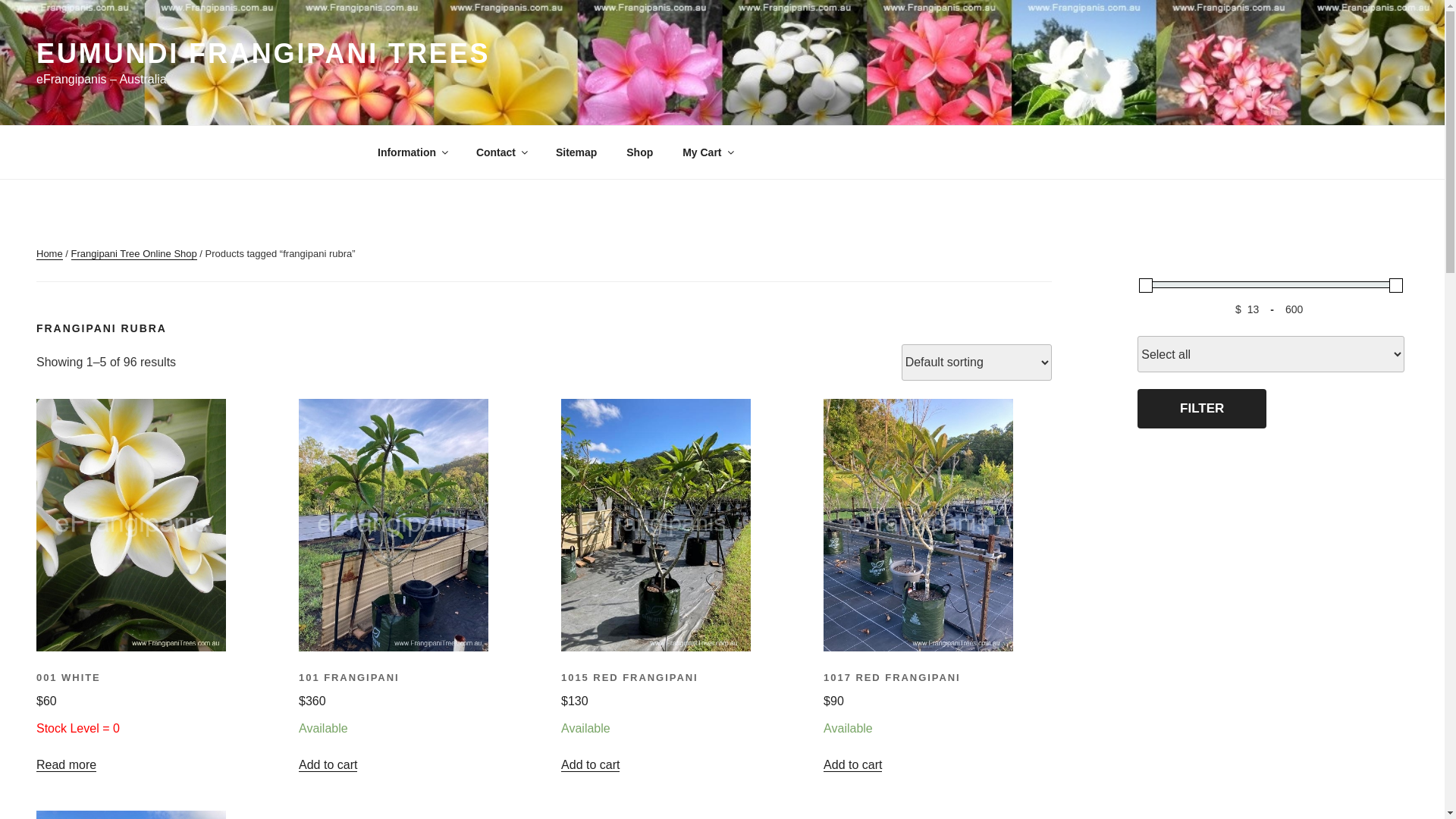 The width and height of the screenshot is (1456, 819). Describe the element at coordinates (706, 152) in the screenshot. I see `'My Cart'` at that location.